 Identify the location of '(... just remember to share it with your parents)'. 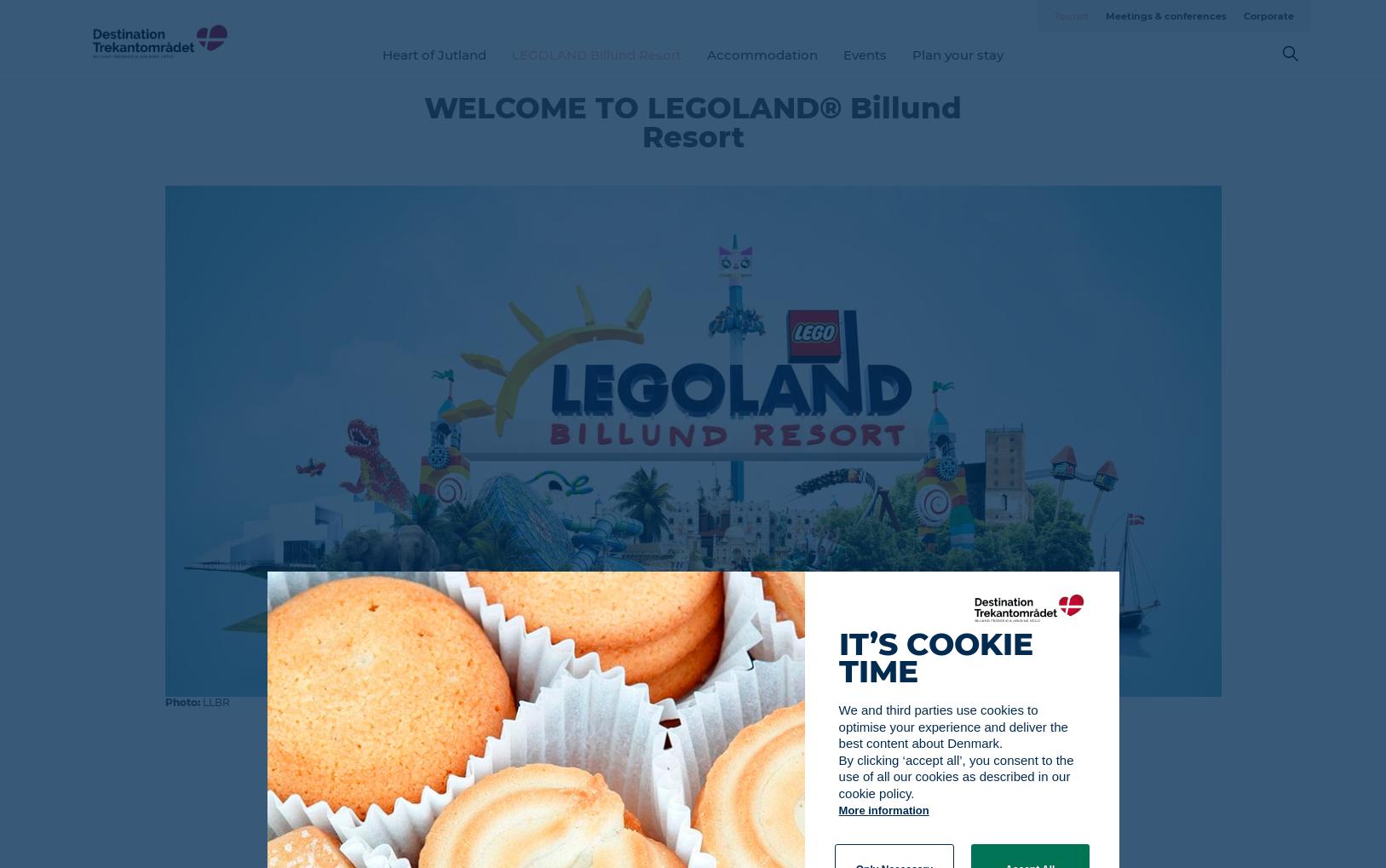
(692, 834).